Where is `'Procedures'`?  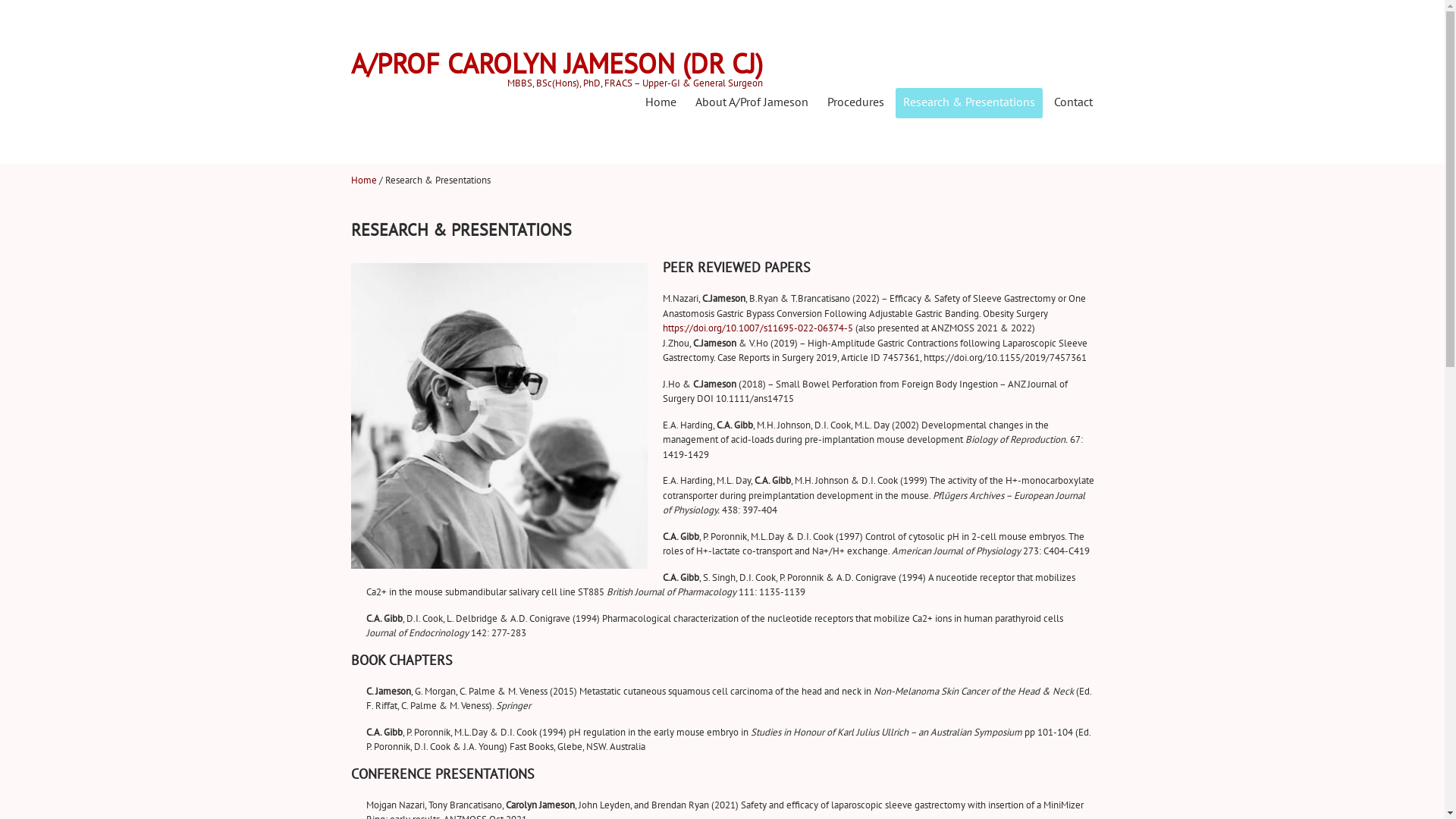
'Procedures' is located at coordinates (855, 102).